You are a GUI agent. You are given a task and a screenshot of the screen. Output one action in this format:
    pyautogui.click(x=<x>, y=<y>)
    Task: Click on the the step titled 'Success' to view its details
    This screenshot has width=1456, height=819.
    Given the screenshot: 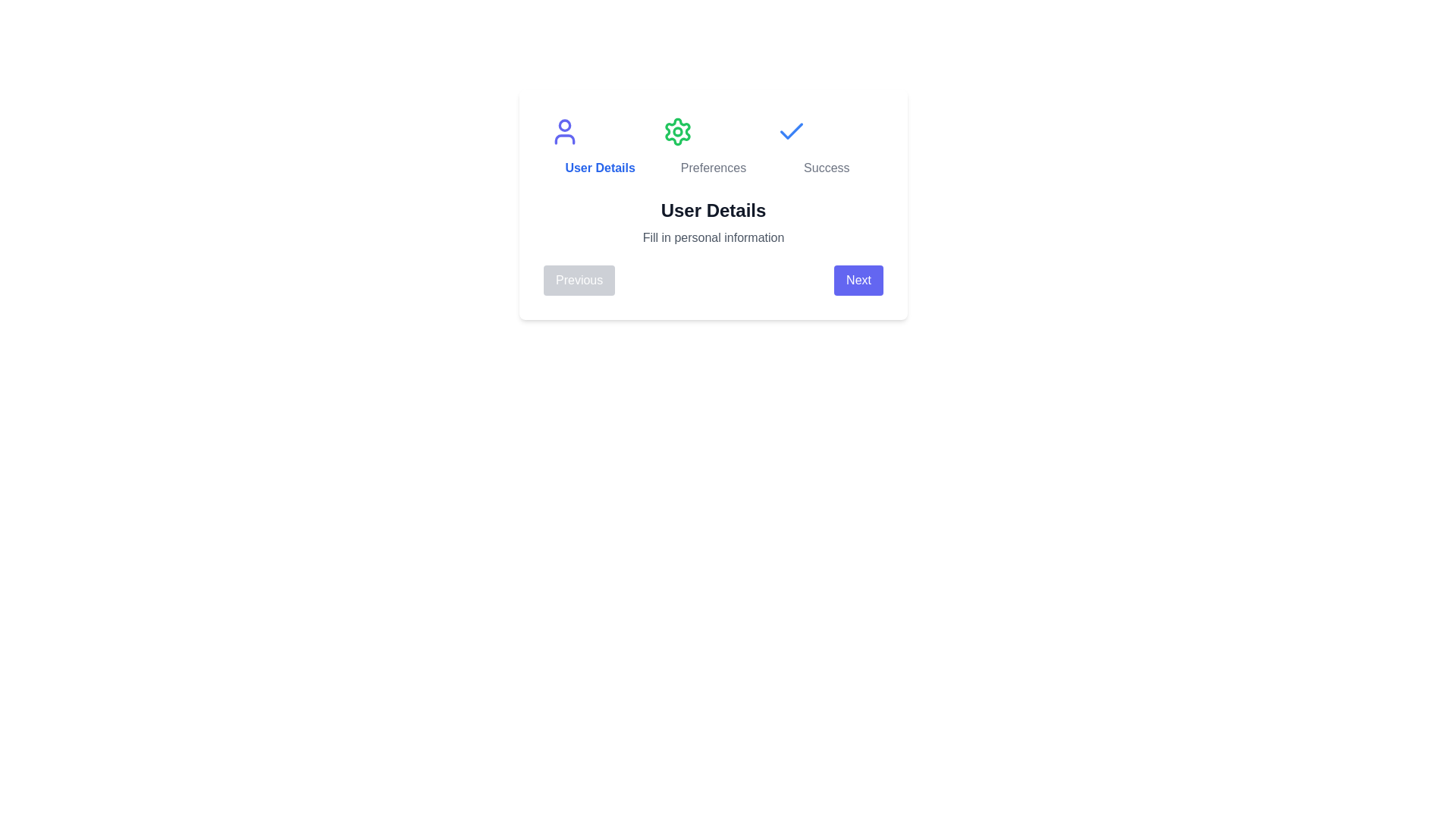 What is the action you would take?
    pyautogui.click(x=826, y=146)
    